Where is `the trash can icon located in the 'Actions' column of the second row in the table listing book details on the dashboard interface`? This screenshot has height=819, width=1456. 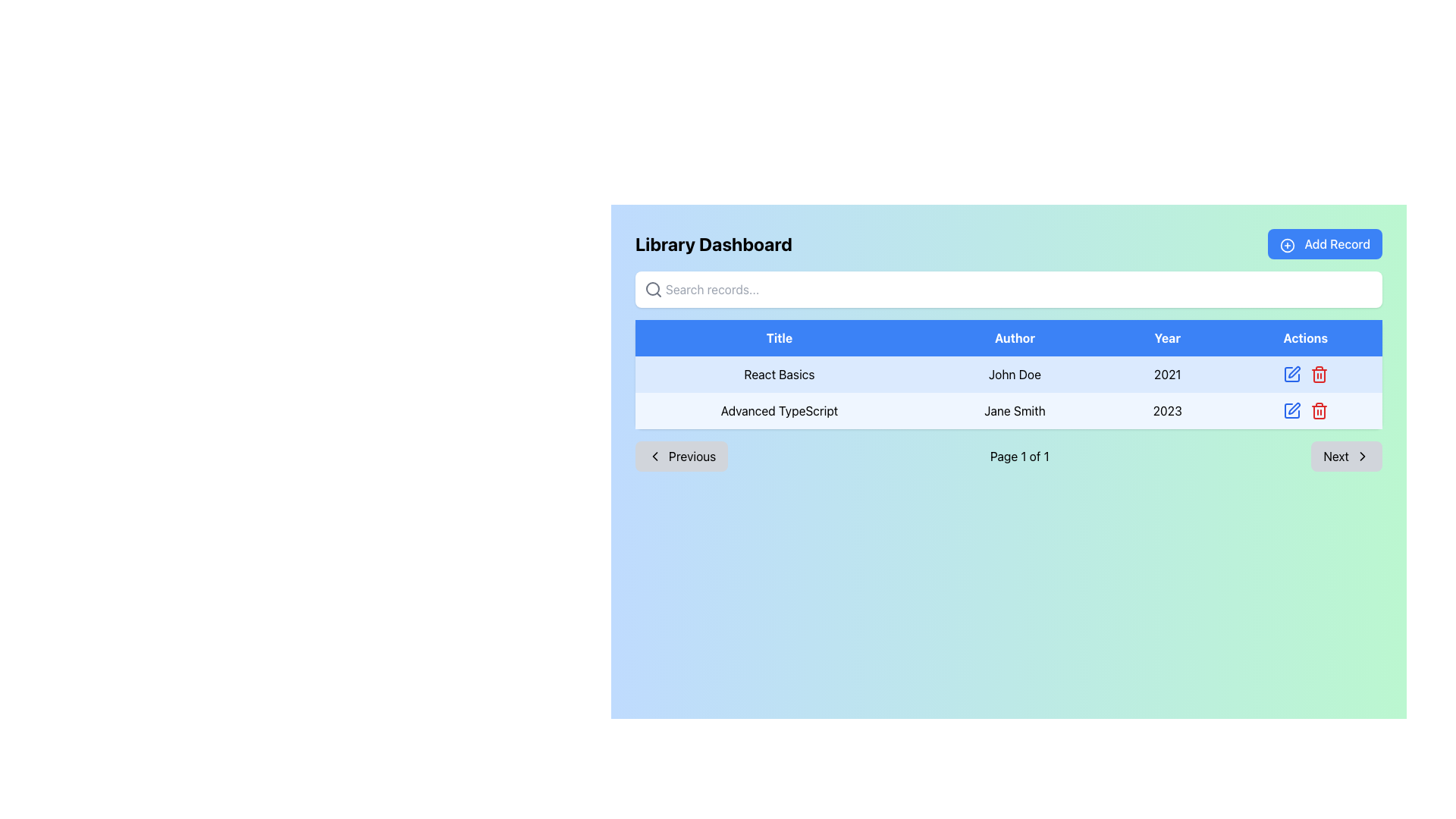
the trash can icon located in the 'Actions' column of the second row in the table listing book details on the dashboard interface is located at coordinates (1318, 412).